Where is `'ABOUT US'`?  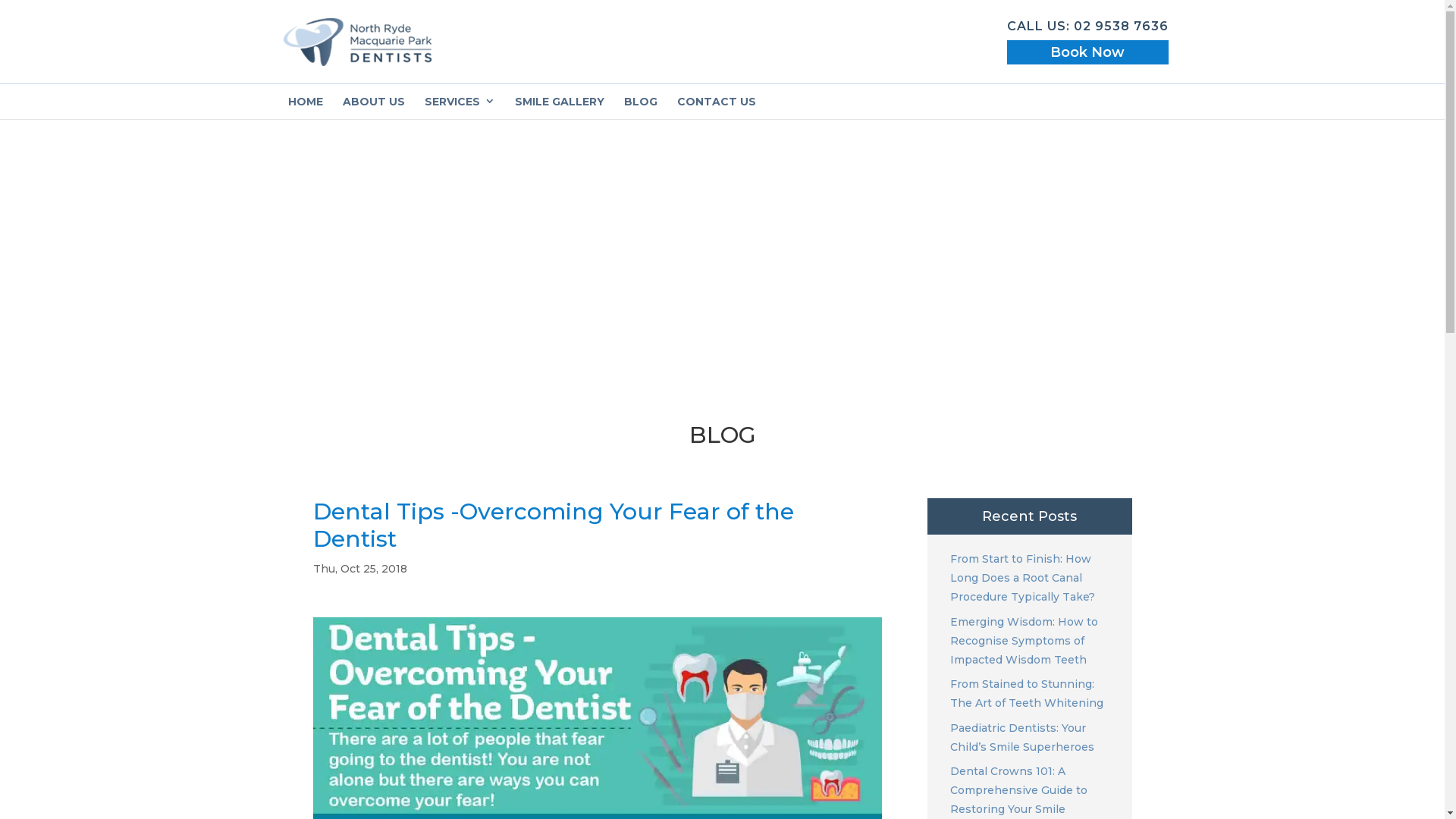
'ABOUT US' is located at coordinates (374, 102).